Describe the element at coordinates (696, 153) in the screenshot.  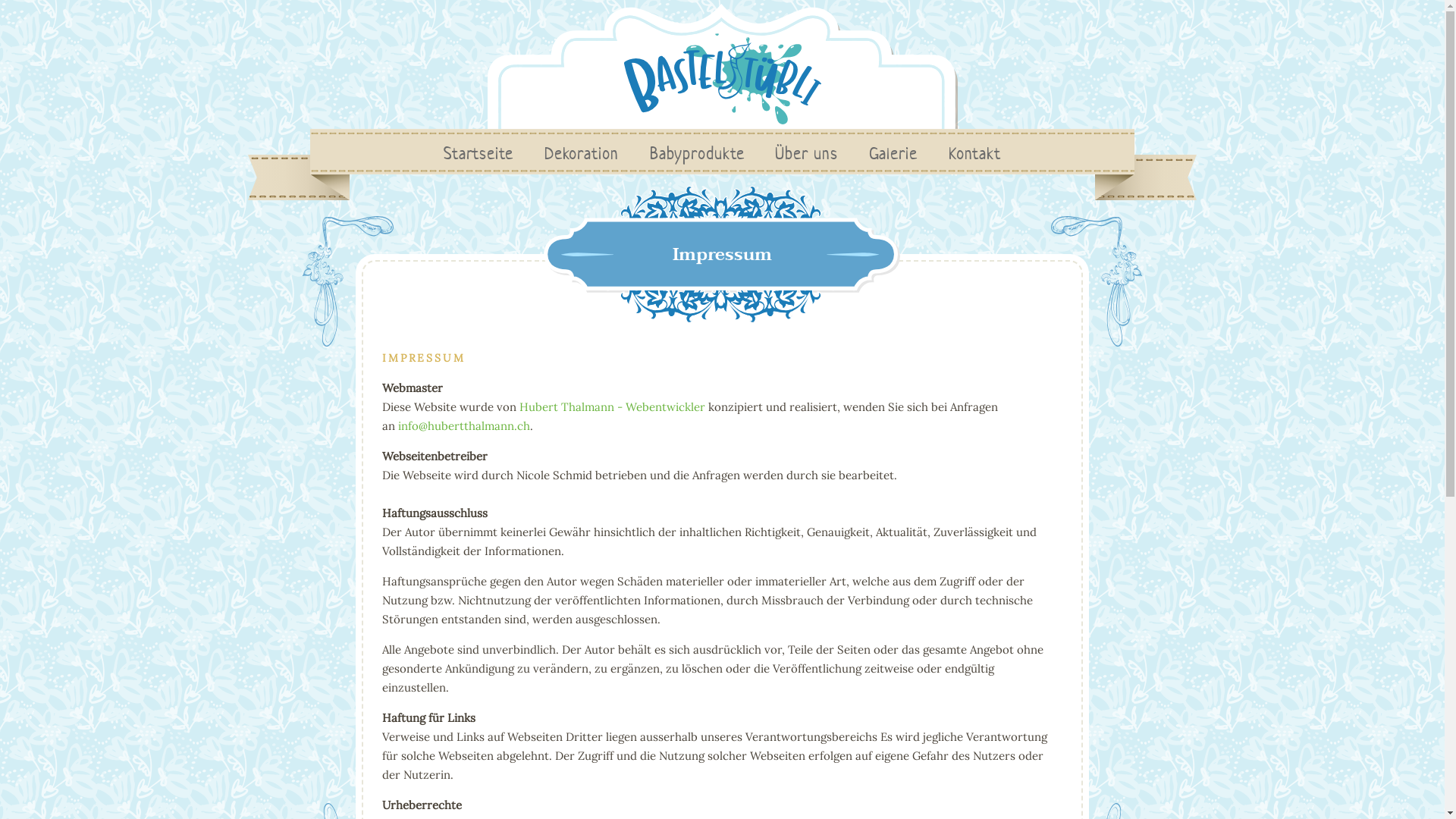
I see `'Babyprodukte'` at that location.